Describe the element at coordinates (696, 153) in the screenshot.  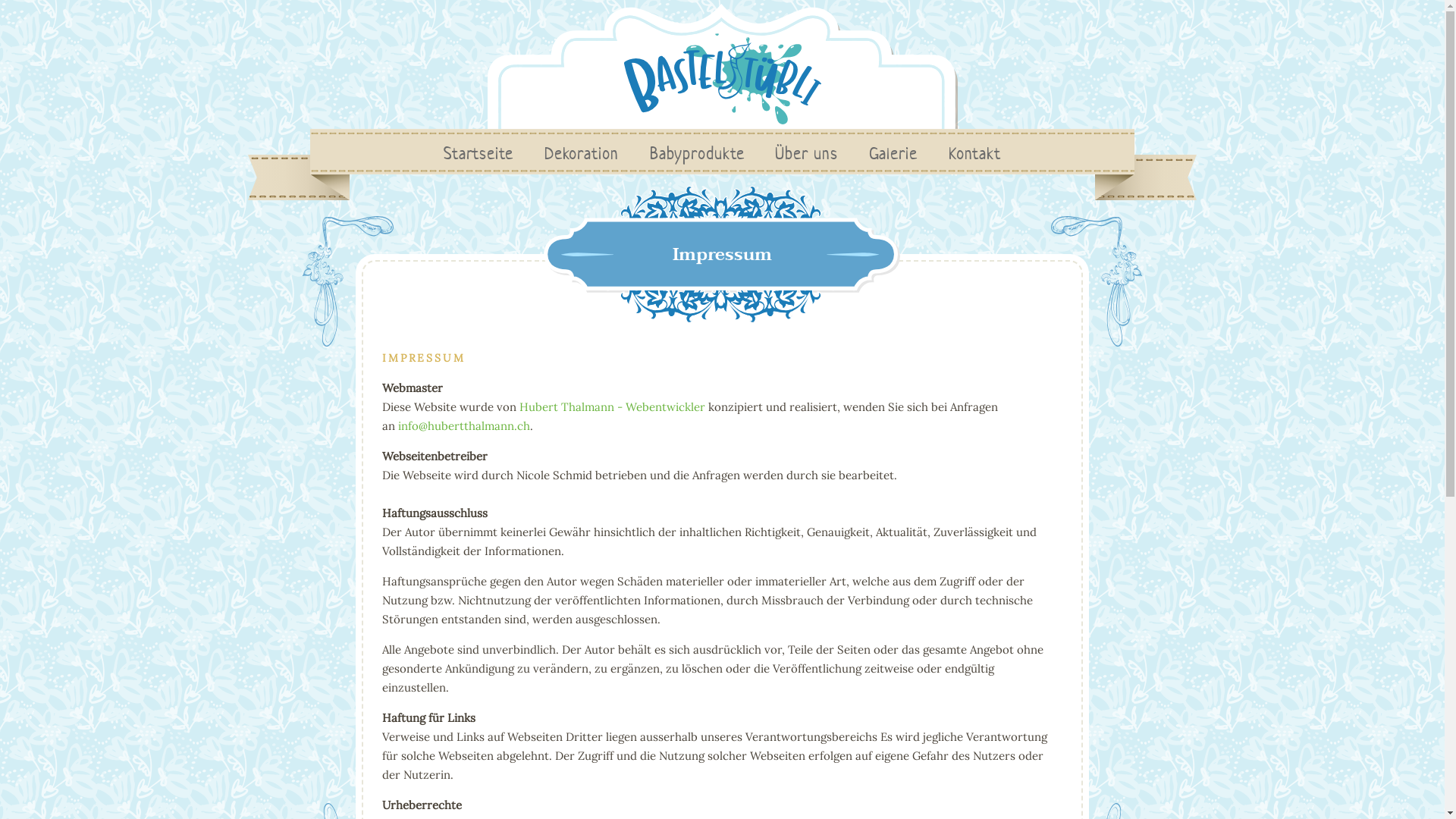
I see `'Babyprodukte'` at that location.